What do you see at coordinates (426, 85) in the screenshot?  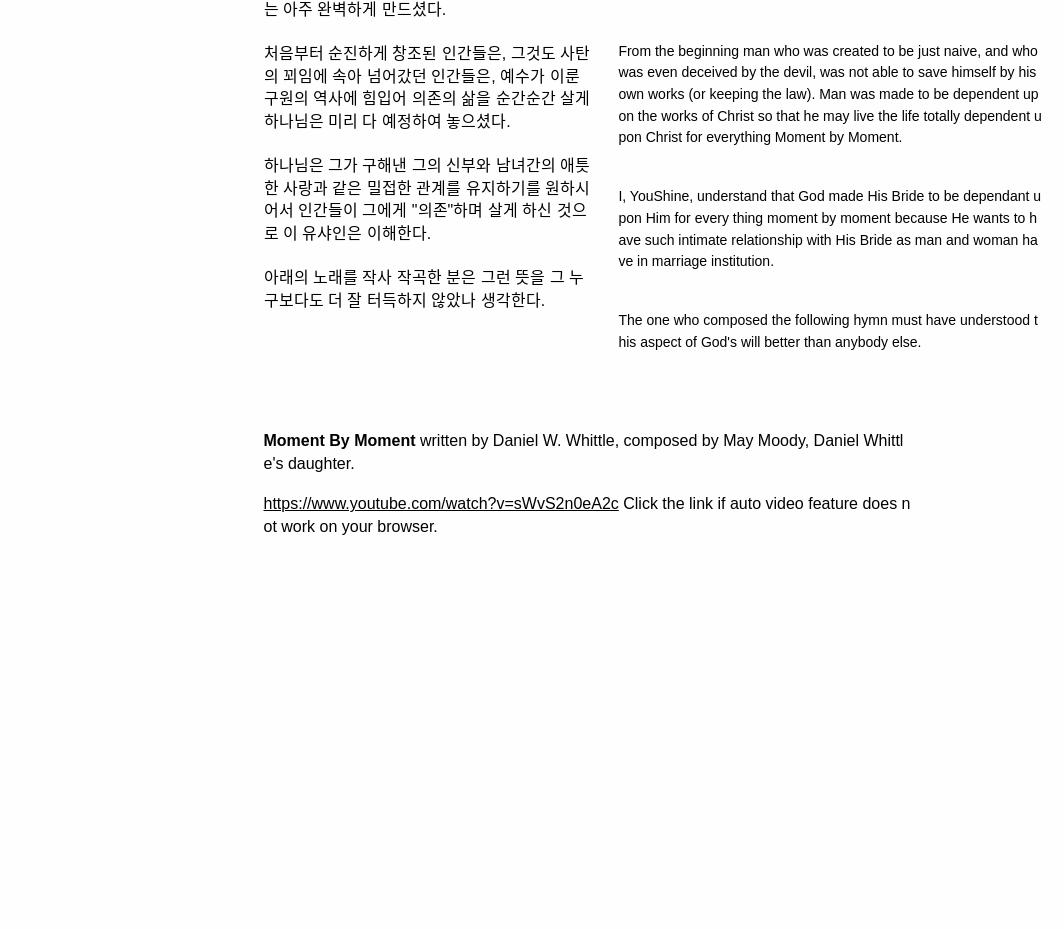 I see `'처음부터 순진하게 창조된 인간들은, 그것도 사탄의 꾀임에 속아 넘어갔던 										인간들은, 예수가 이룬 구원의 역사에 힘입어 의존의 삶을 순간순간 살게 										하나님은 미리 다 예정하여 놓으셨다.'` at bounding box center [426, 85].